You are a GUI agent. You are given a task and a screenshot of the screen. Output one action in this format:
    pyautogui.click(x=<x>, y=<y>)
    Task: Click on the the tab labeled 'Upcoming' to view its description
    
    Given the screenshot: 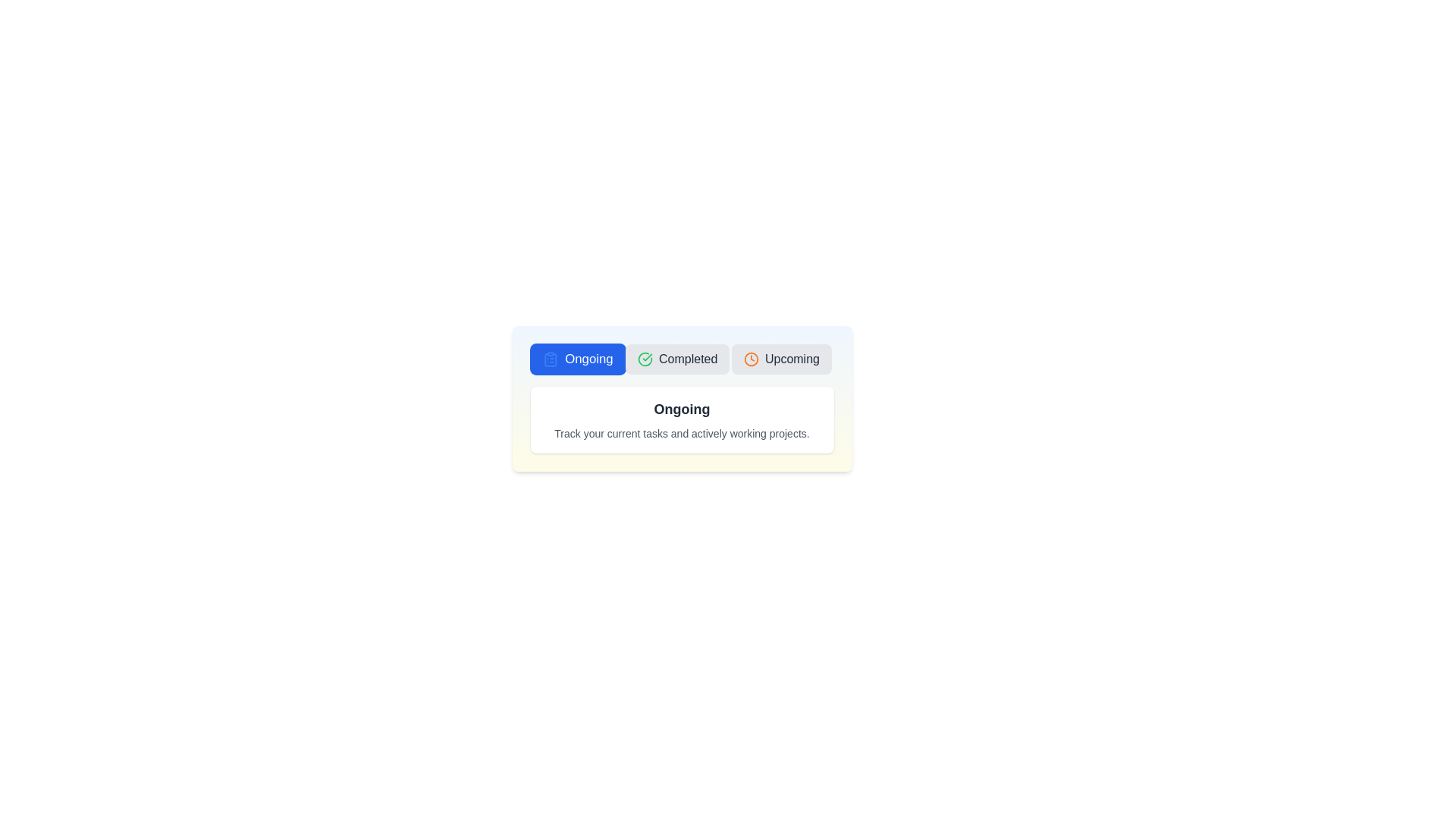 What is the action you would take?
    pyautogui.click(x=782, y=359)
    